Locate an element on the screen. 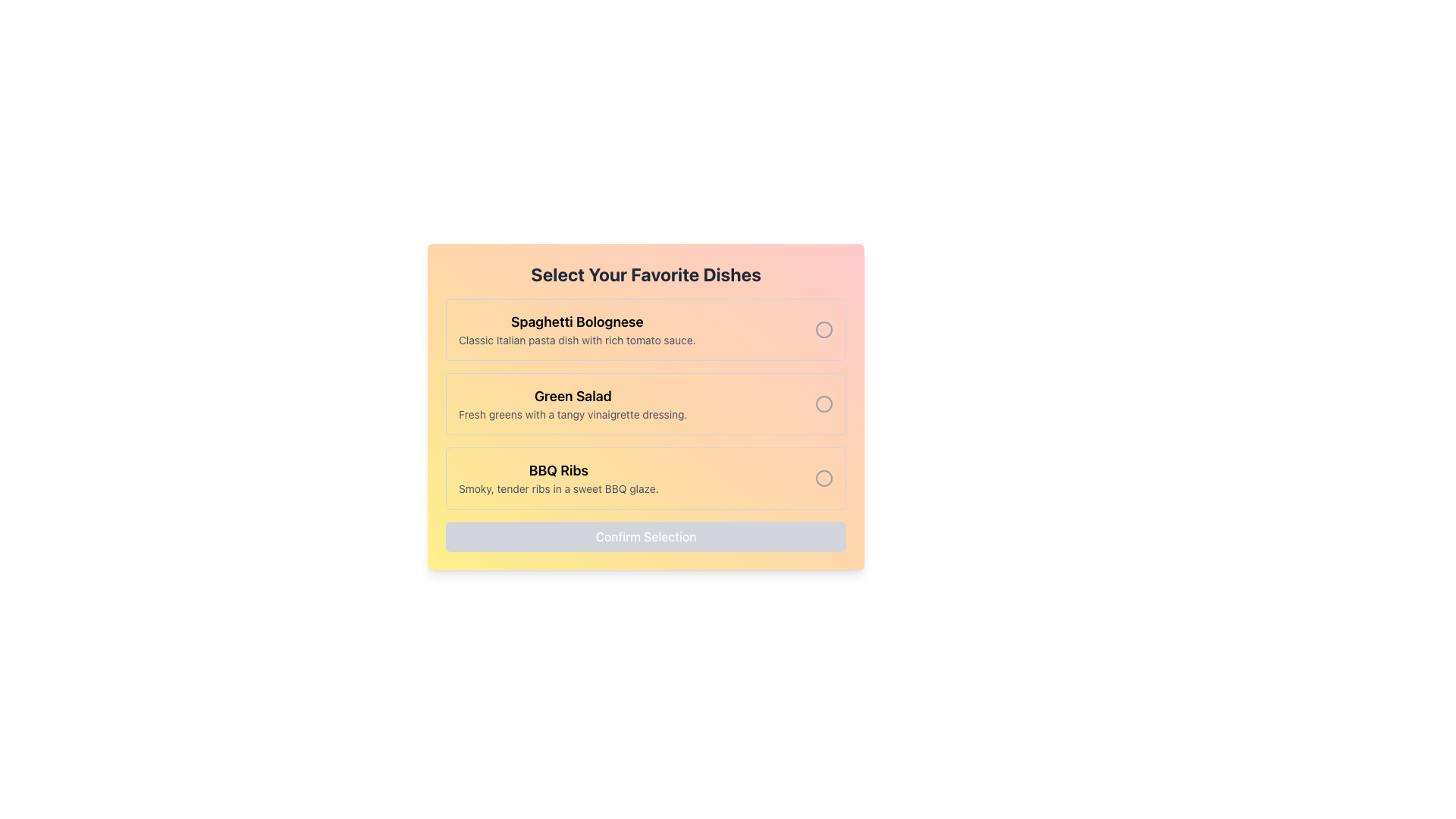 The width and height of the screenshot is (1456, 819). the circular radio button indicating the selection for 'BBQ Ribs' in the rightmost portion of the food options list is located at coordinates (823, 479).